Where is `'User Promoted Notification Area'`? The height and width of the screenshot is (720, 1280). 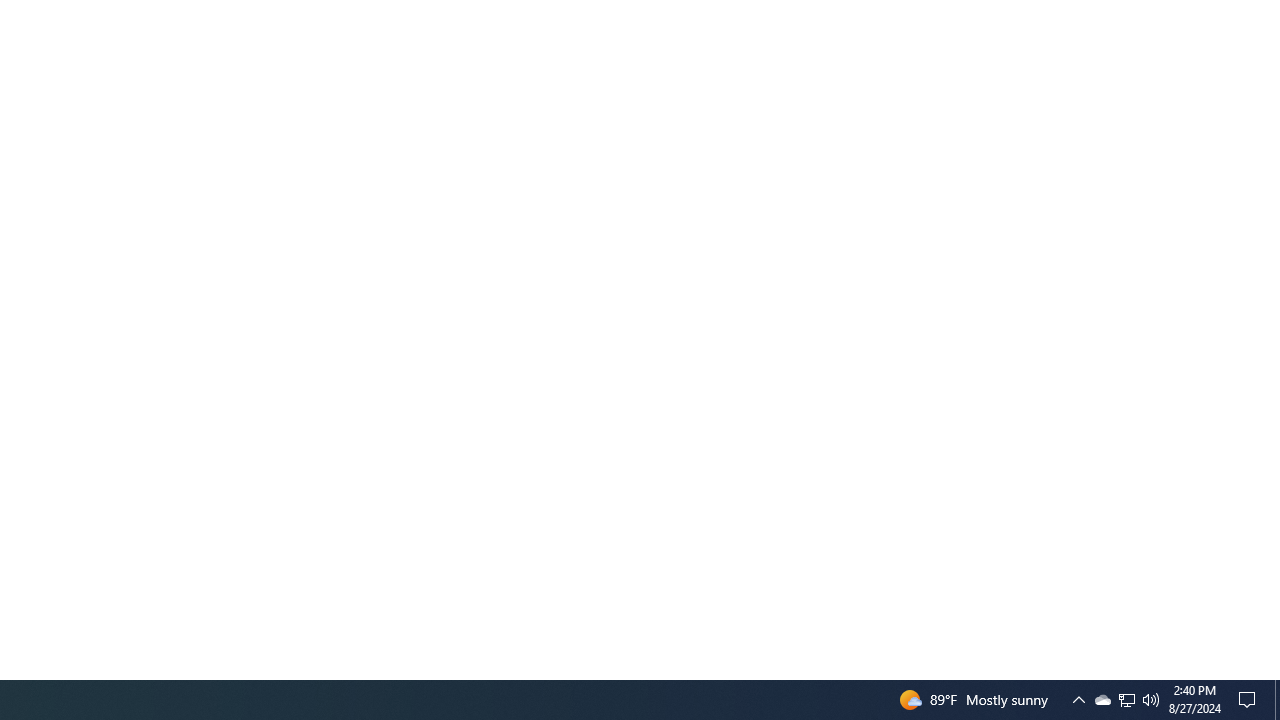 'User Promoted Notification Area' is located at coordinates (1127, 698).